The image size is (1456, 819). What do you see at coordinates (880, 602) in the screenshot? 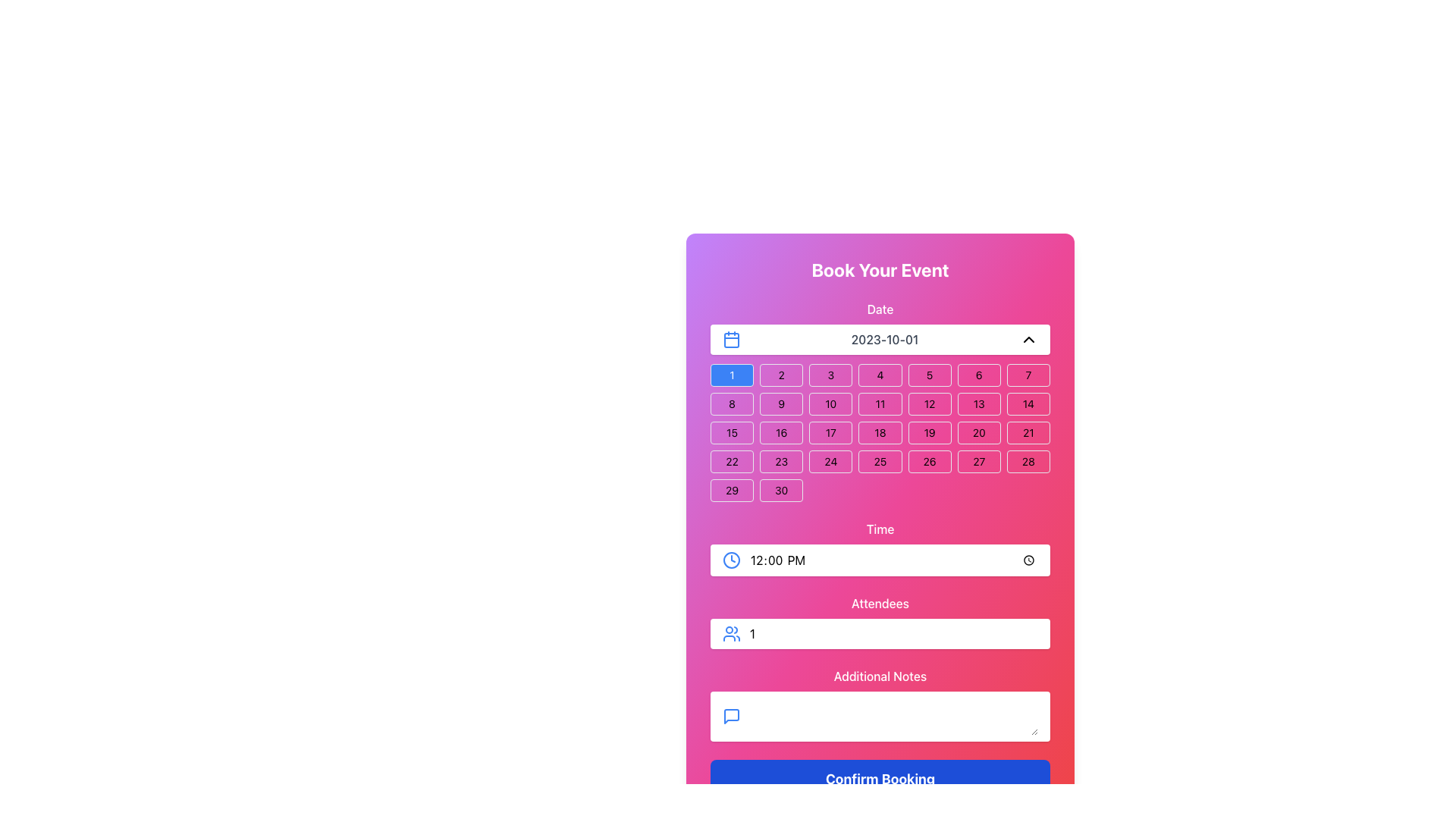
I see `the descriptive header text label for the section inputting the number of attendees, which is located above the numeric input box` at bounding box center [880, 602].